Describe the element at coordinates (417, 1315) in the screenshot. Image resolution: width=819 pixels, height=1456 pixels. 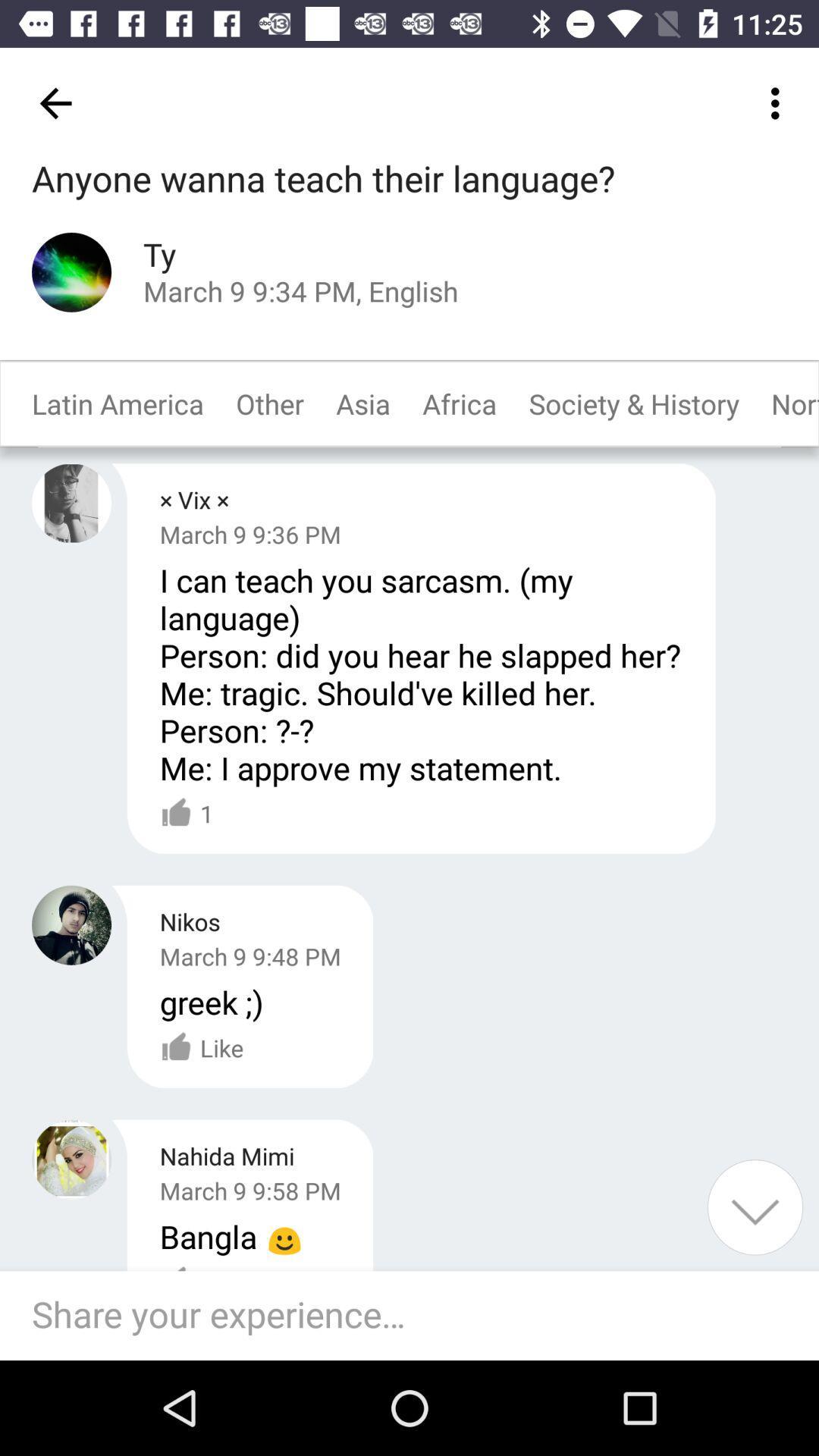
I see `comment box` at that location.